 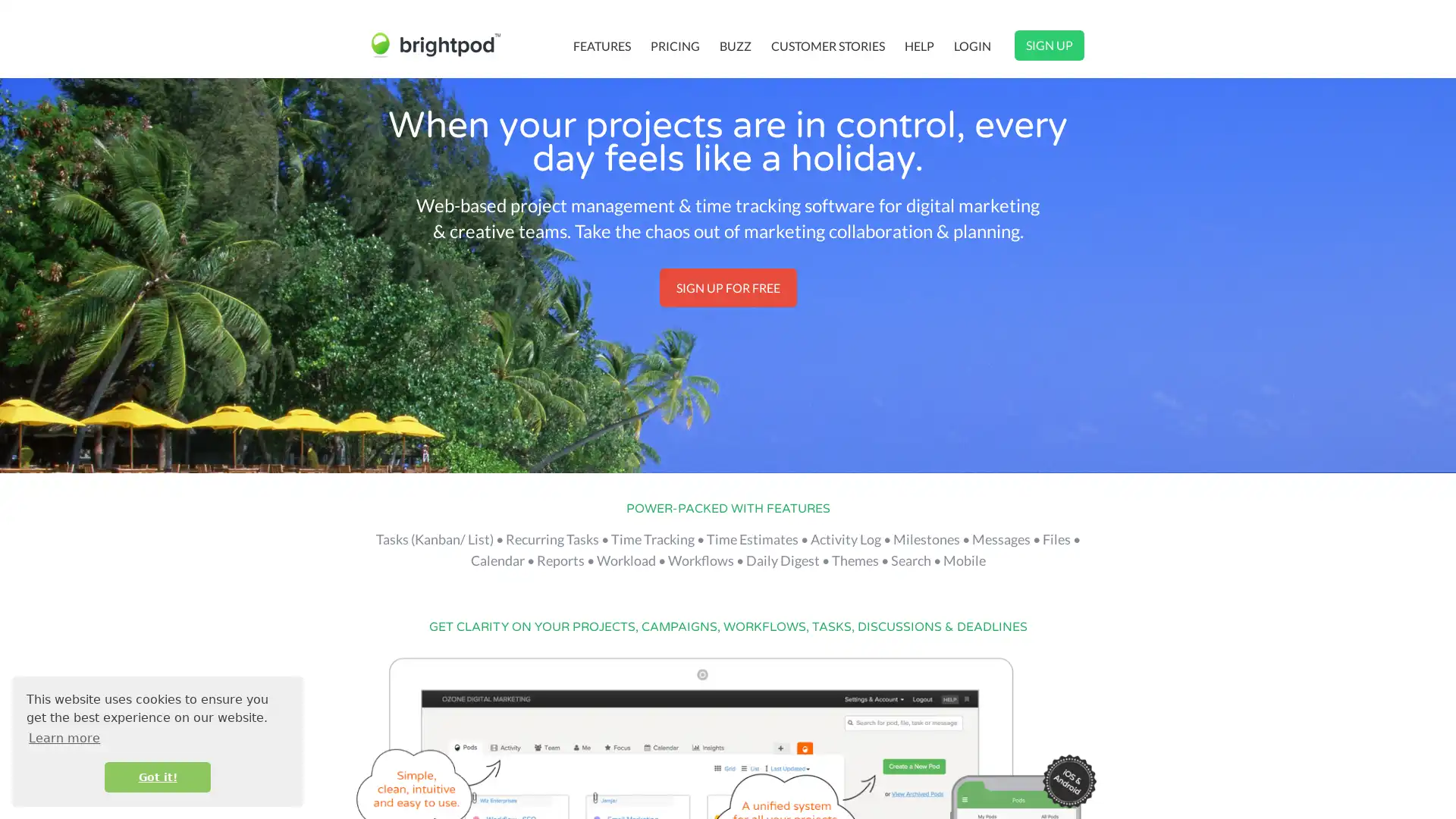 I want to click on learn more about cookies, so click(x=64, y=737).